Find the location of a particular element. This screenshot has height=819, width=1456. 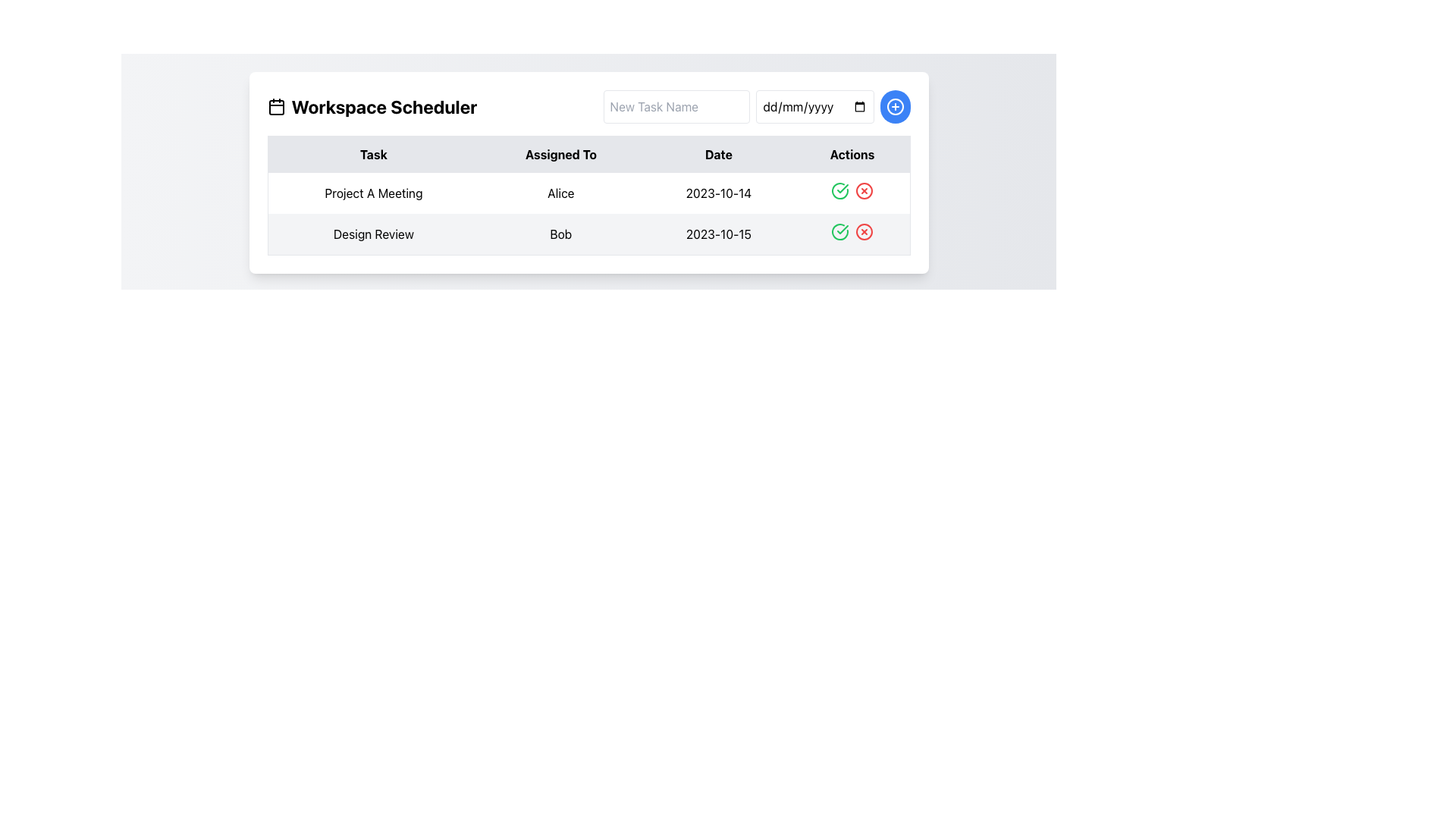

the second row of the table that contains the task 'Design Review', assigned to 'Bob', with a due date of '2023-10-15' is located at coordinates (588, 234).